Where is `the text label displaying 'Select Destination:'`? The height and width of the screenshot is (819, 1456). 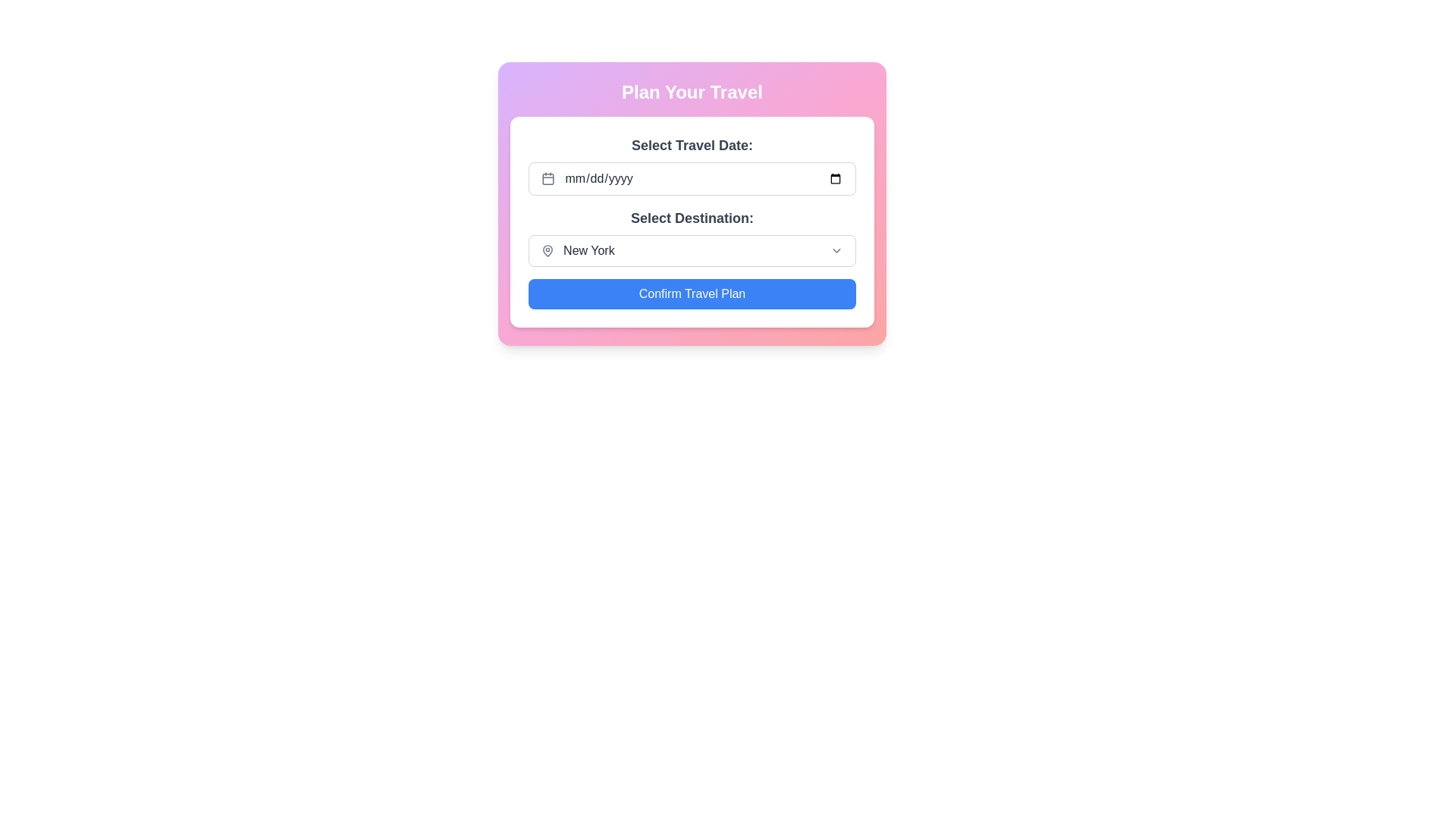
the text label displaying 'Select Destination:' is located at coordinates (691, 218).